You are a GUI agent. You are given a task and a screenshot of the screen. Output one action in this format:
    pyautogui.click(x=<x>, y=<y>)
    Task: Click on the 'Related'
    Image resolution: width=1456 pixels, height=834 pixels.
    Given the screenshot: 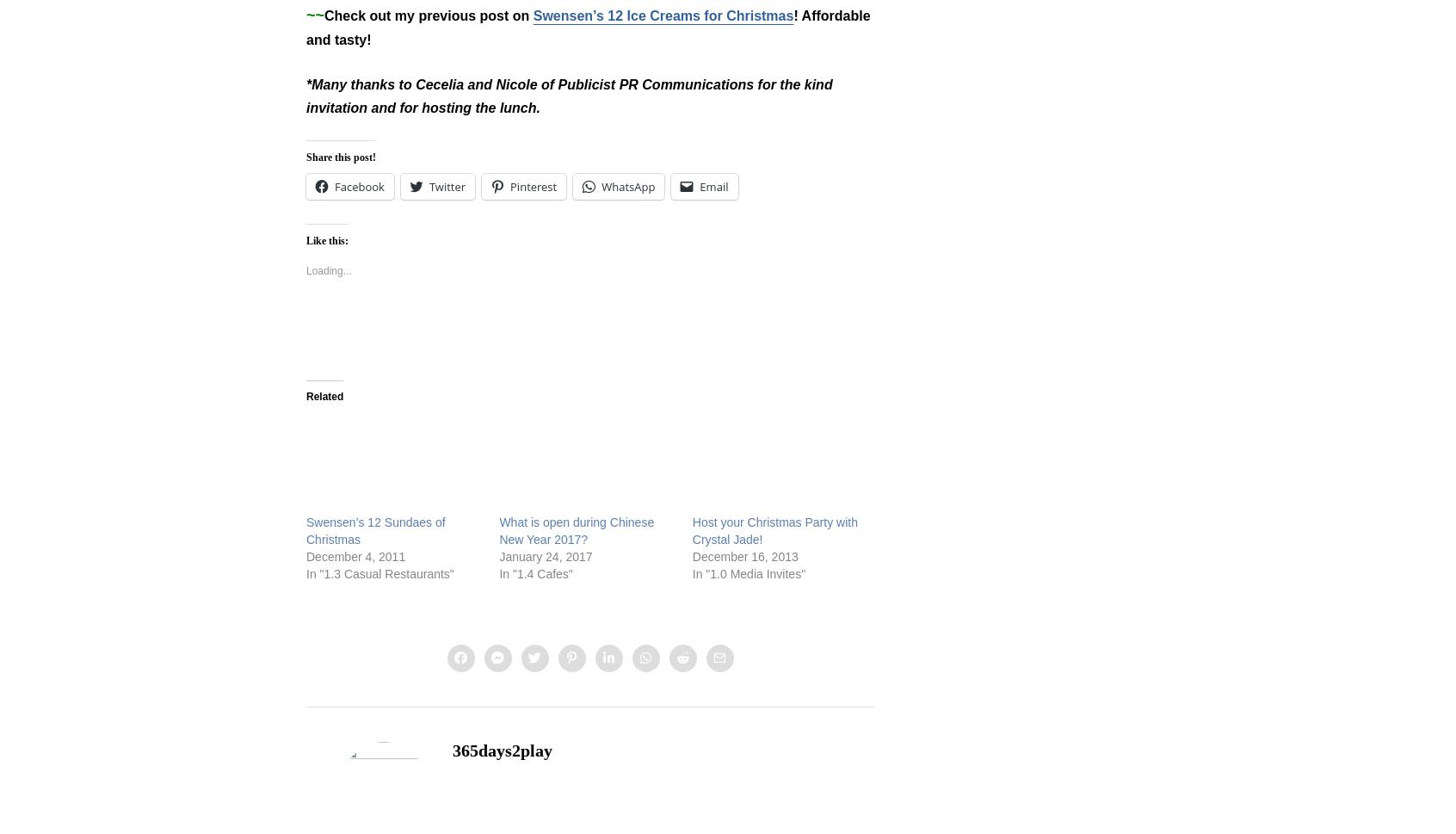 What is the action you would take?
    pyautogui.click(x=324, y=395)
    